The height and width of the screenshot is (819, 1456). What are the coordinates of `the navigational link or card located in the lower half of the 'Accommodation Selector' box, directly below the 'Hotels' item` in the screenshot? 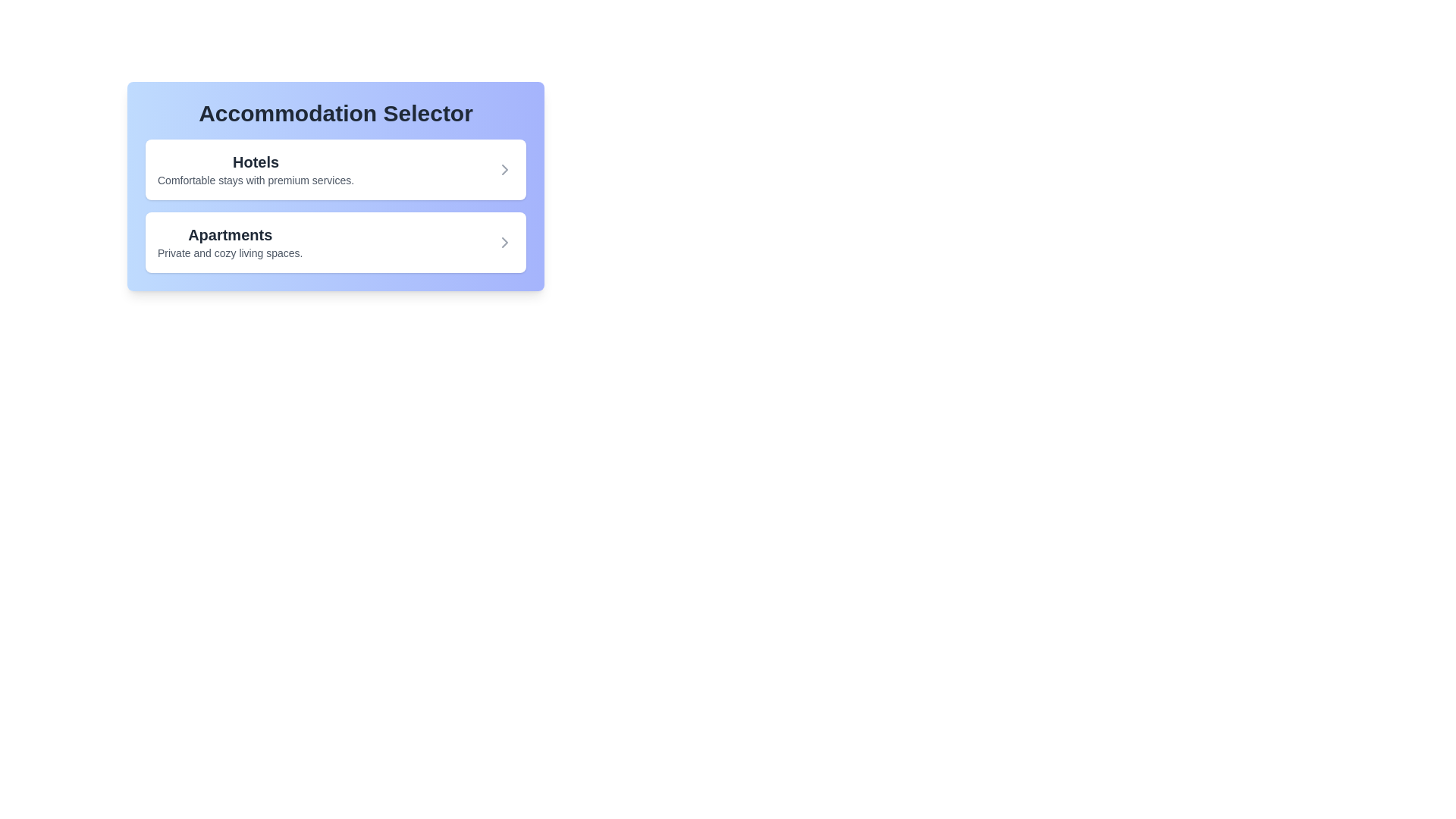 It's located at (334, 242).